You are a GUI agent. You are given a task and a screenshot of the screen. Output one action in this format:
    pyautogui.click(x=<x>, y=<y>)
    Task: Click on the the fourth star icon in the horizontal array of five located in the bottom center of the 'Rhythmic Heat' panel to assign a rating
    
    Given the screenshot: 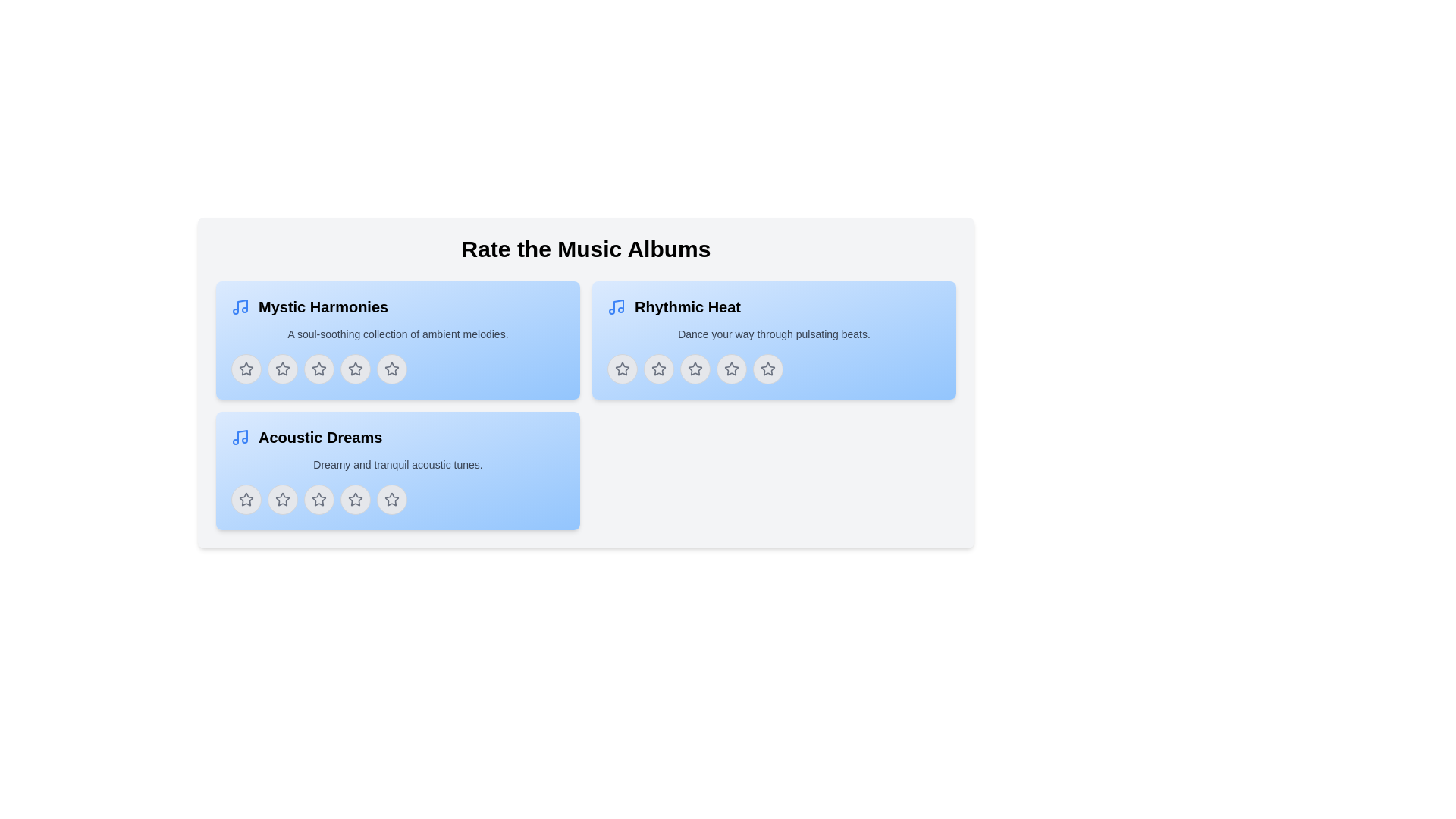 What is the action you would take?
    pyautogui.click(x=731, y=369)
    